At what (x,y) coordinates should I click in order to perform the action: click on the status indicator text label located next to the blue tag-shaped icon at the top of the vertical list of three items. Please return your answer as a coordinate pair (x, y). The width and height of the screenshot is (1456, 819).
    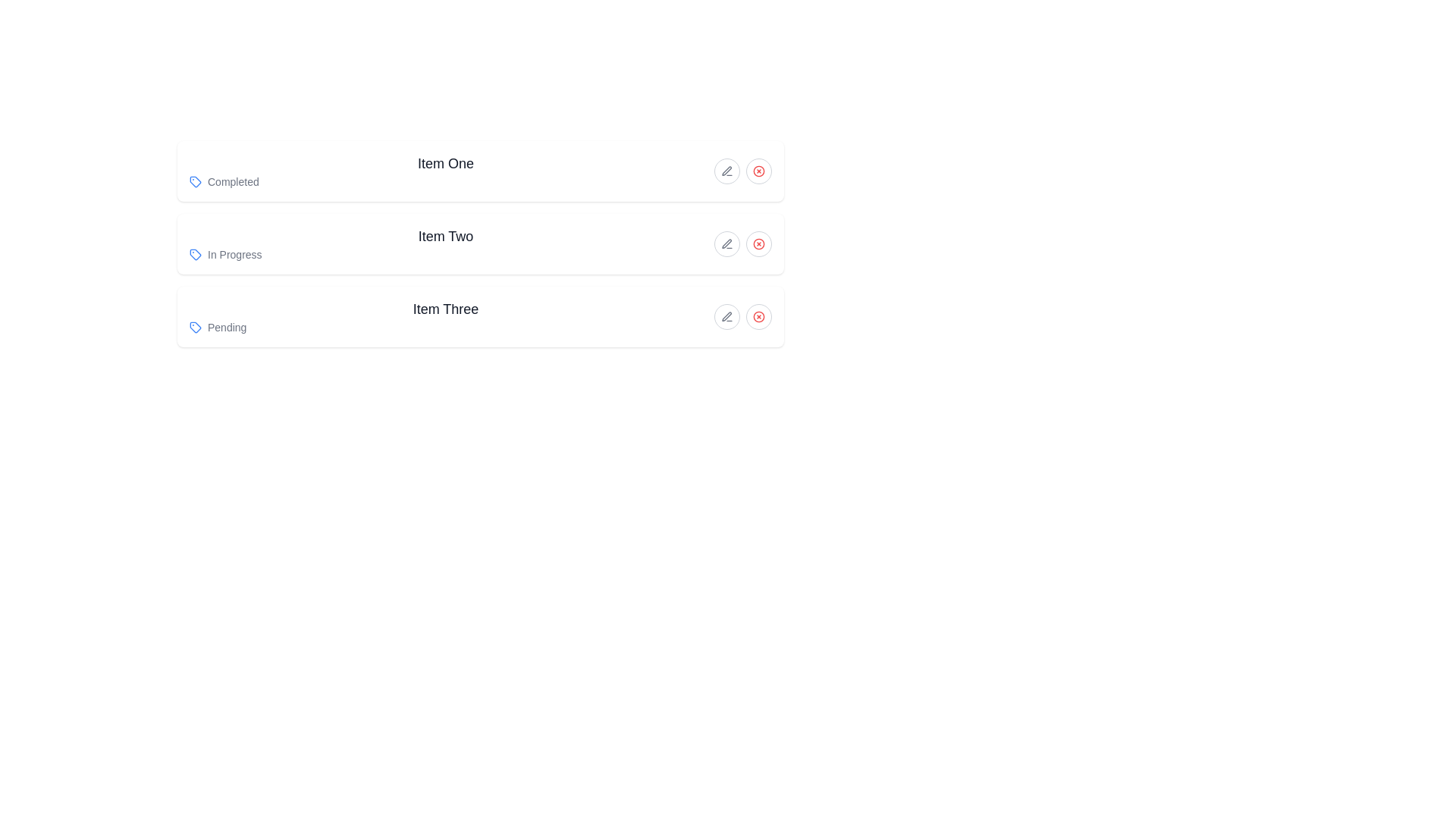
    Looking at the image, I should click on (232, 180).